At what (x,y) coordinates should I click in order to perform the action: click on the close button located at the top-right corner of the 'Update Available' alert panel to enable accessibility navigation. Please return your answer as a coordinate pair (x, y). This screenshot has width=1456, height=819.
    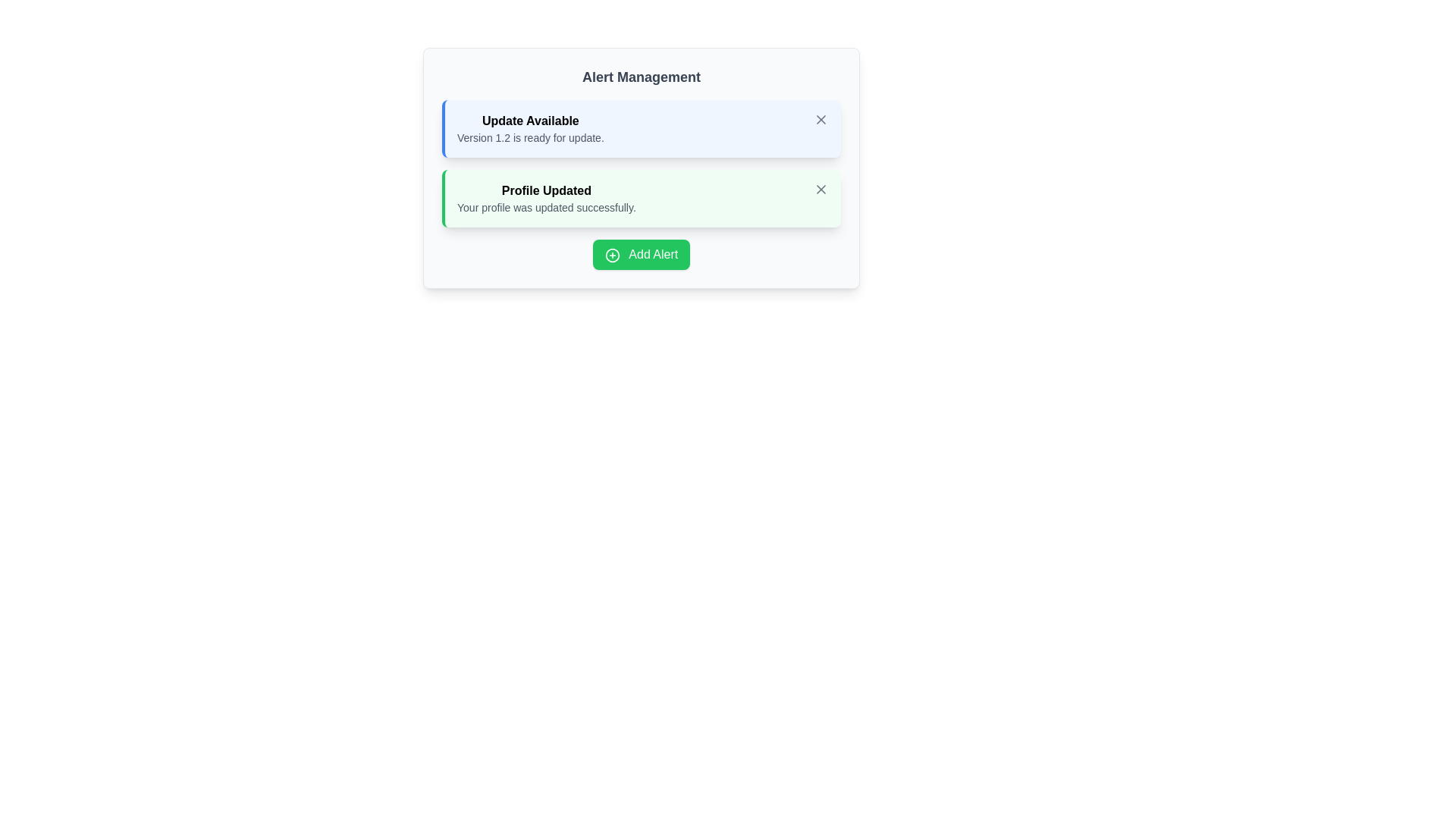
    Looking at the image, I should click on (821, 119).